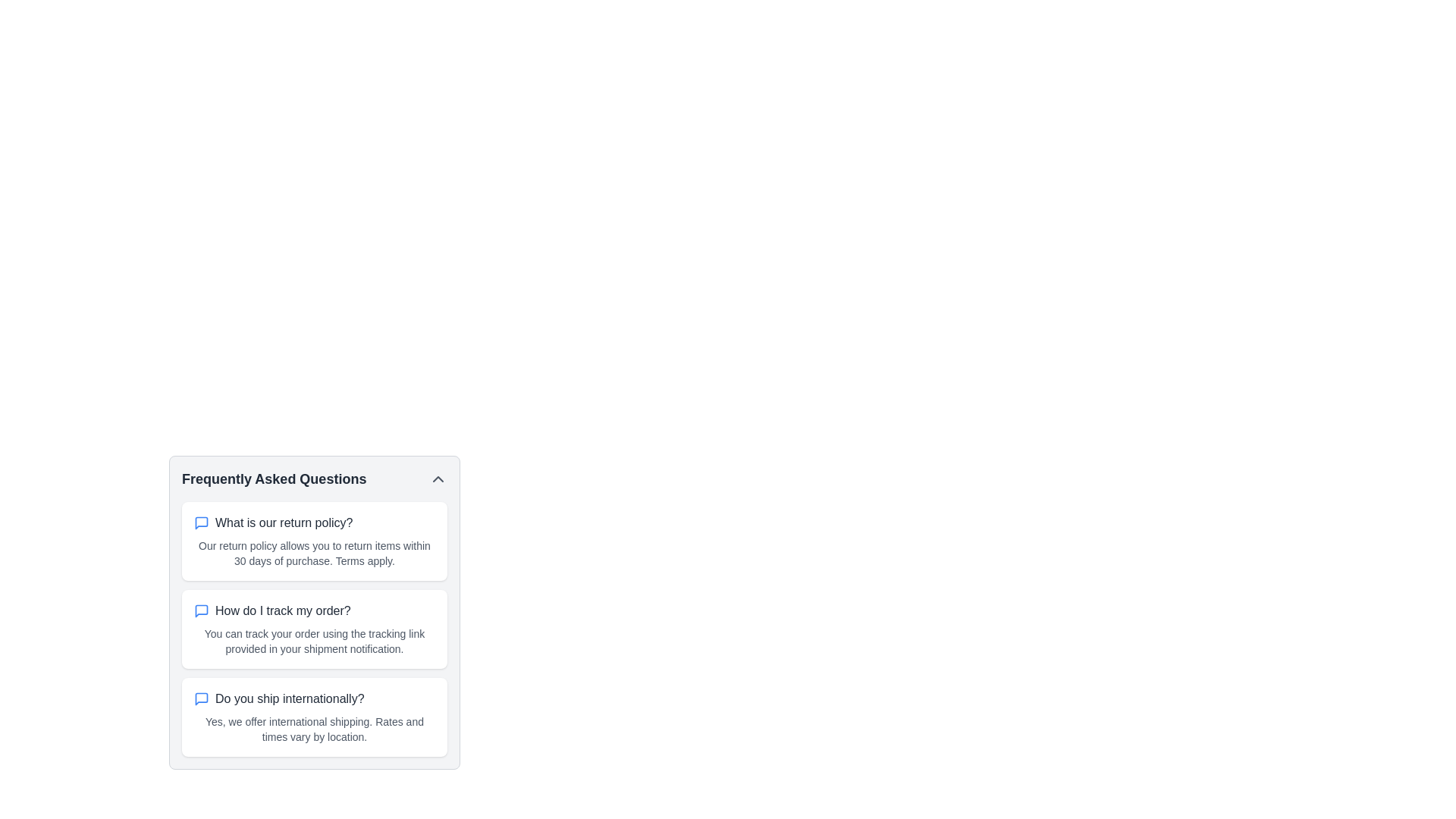  I want to click on the clickable text element labeled 'What is our return policy?' with a chat bubble icon, located at the top of the frequently asked questions list, so click(313, 522).